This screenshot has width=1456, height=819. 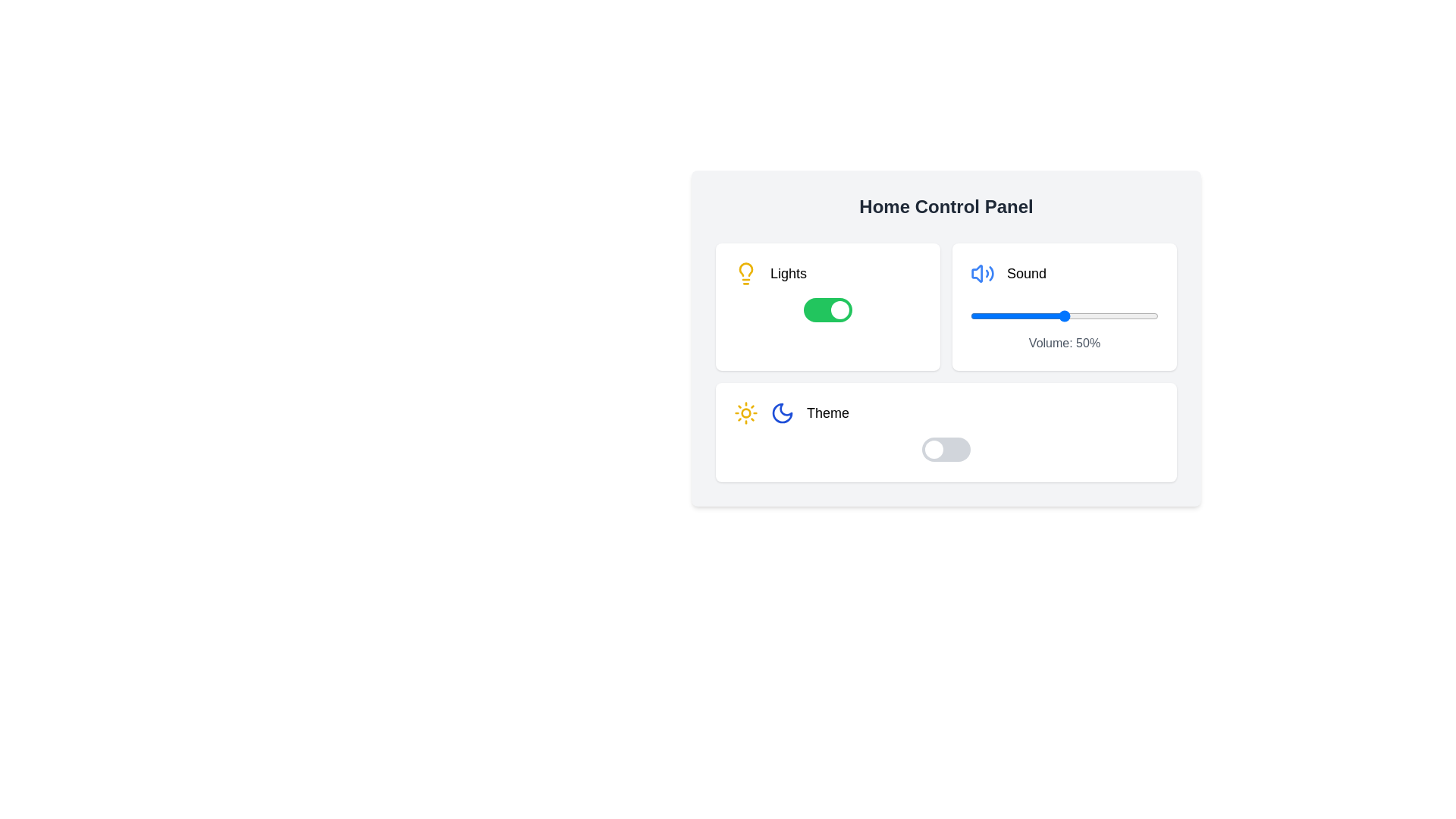 I want to click on the 'Night Mode' icon located in the 'Theme' section, which is the third component in the row, positioned between the sun icon and the text label, so click(x=783, y=413).